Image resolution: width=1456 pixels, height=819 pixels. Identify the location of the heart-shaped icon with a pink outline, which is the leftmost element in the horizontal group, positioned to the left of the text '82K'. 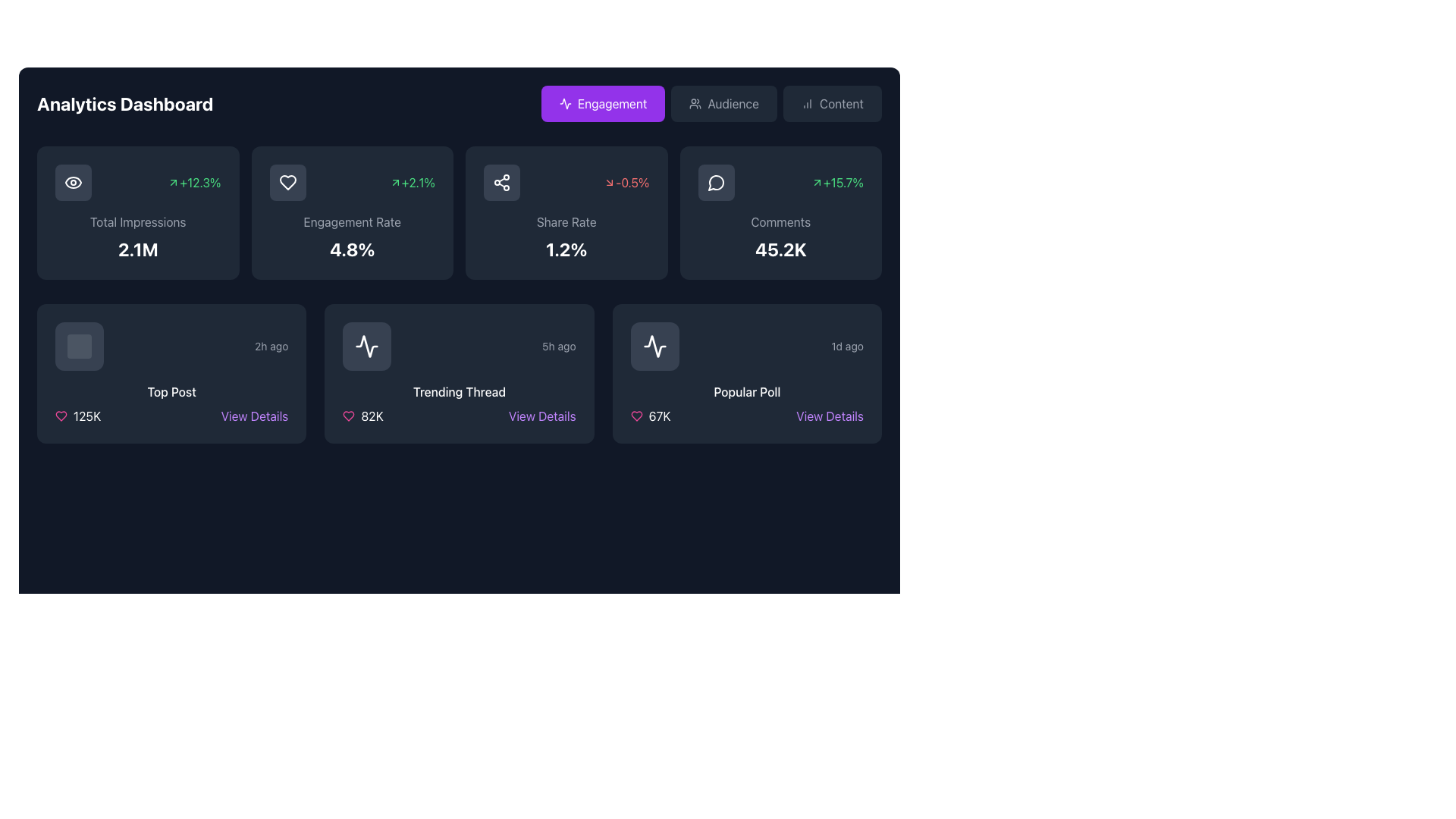
(348, 416).